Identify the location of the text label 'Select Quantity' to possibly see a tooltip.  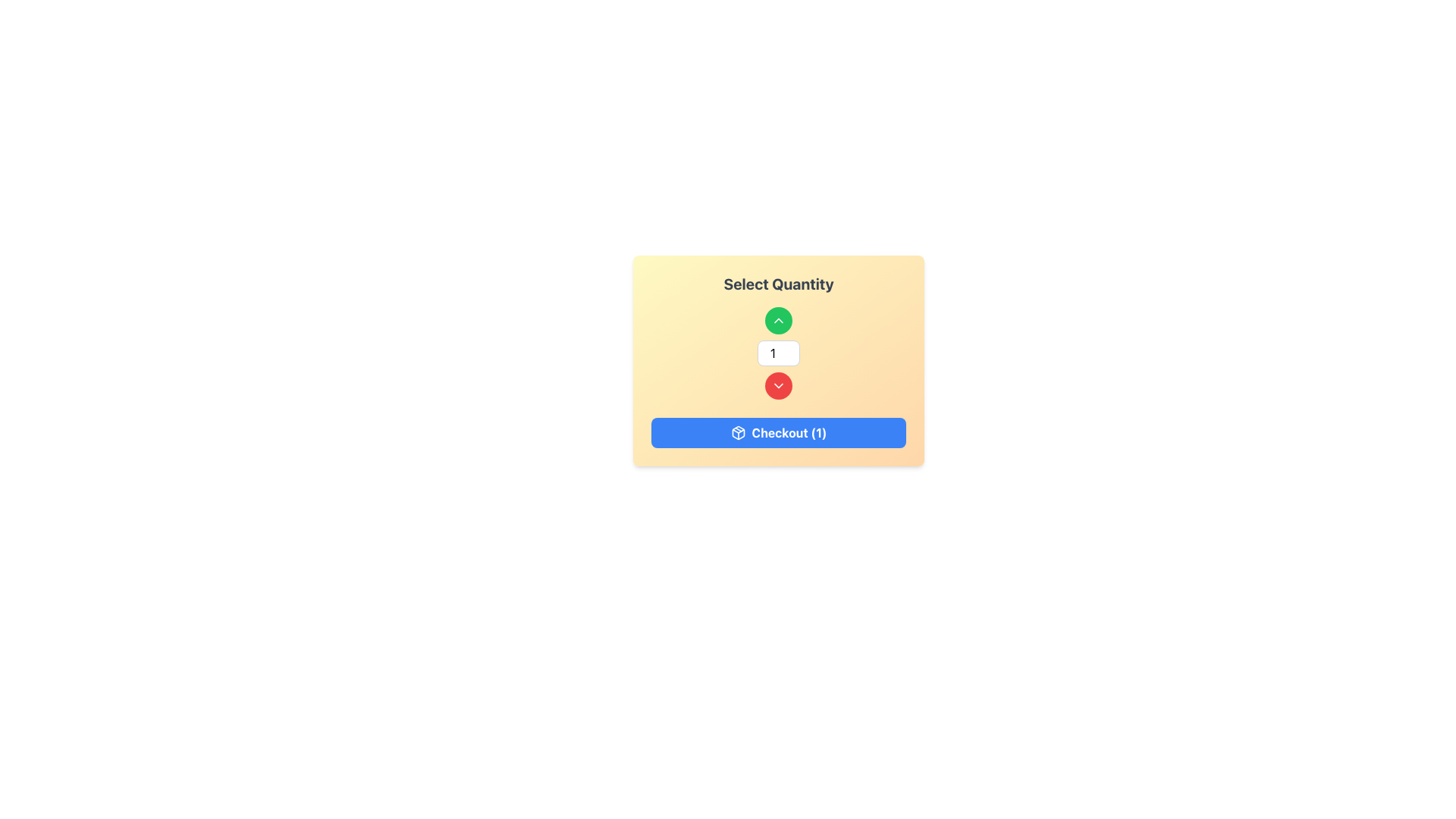
(779, 284).